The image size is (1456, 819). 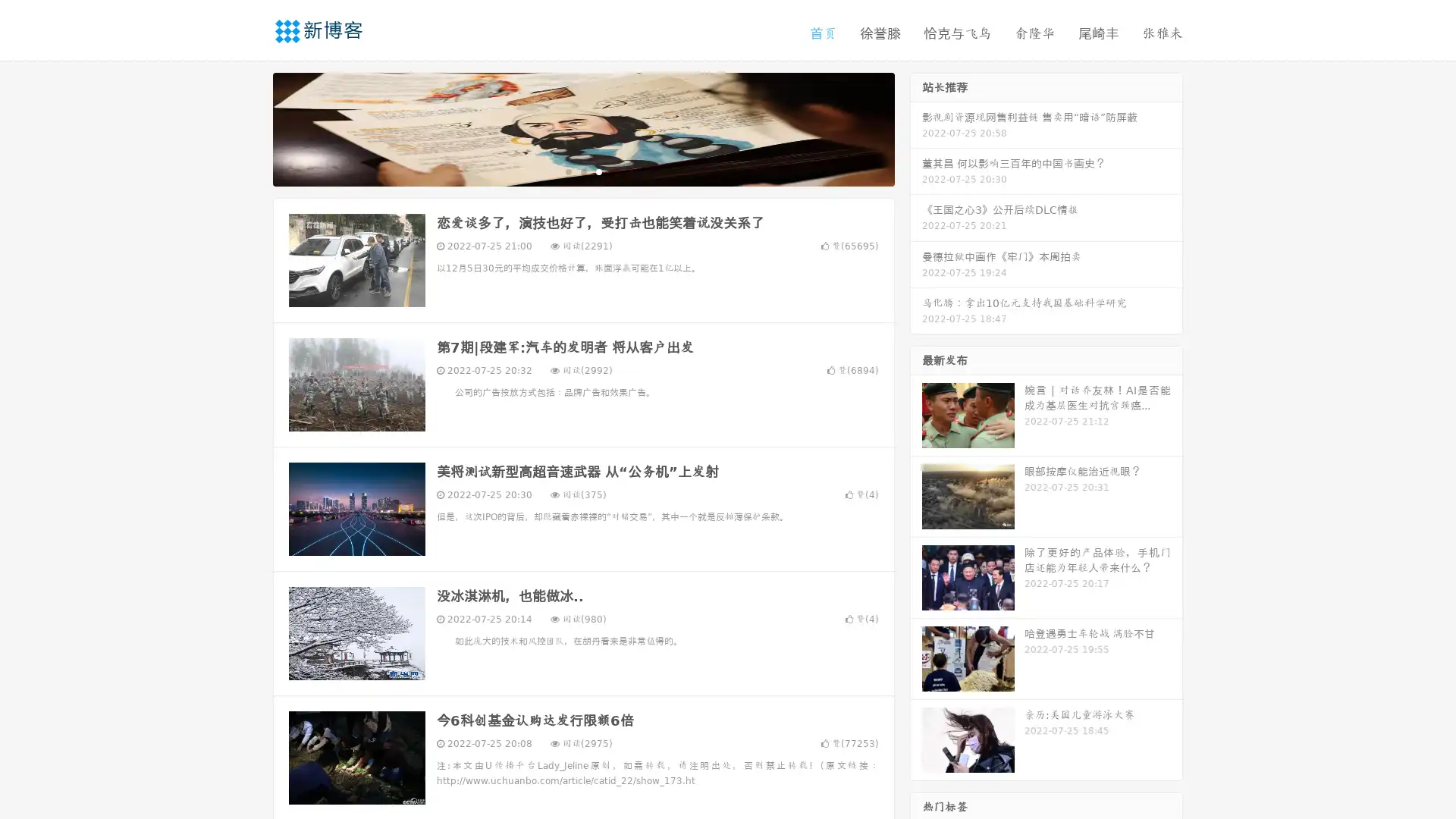 What do you see at coordinates (582, 171) in the screenshot?
I see `Go to slide 2` at bounding box center [582, 171].